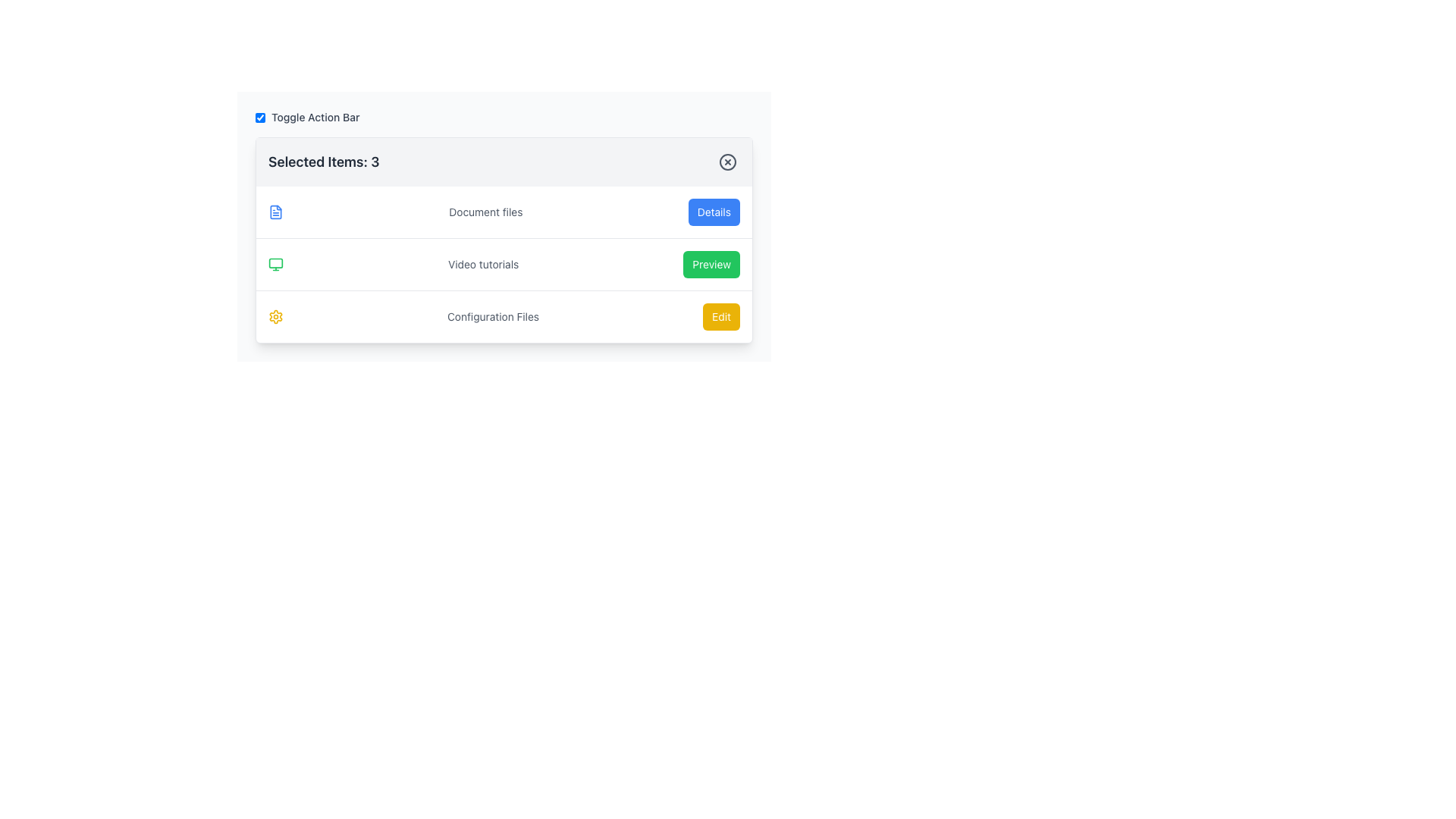 This screenshot has height=819, width=1456. I want to click on the settings icon located on the left side of the 'Configuration Files' row, which serves as an indicator for configuration settings, so click(276, 315).